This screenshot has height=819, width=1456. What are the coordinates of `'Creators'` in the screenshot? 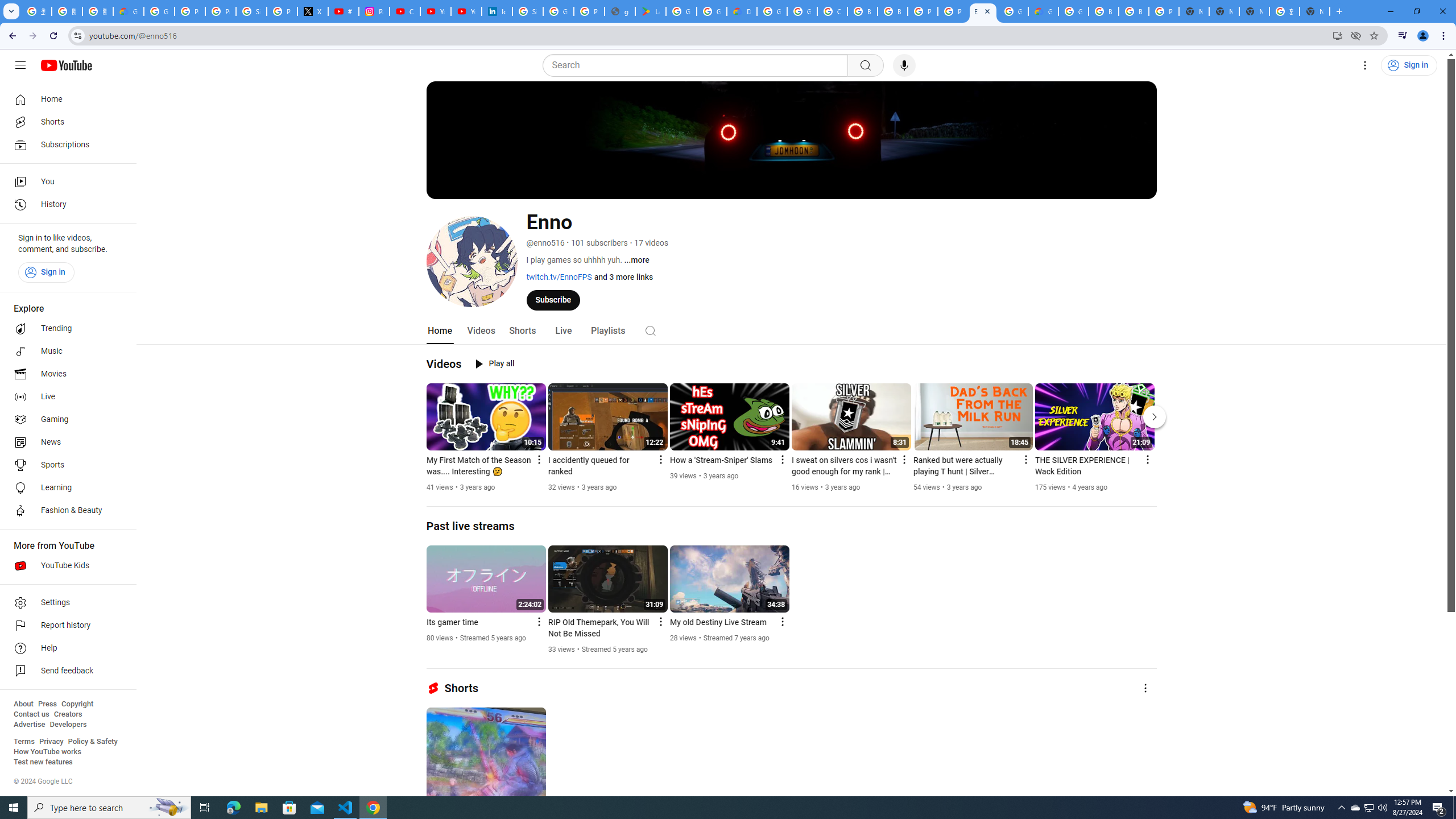 It's located at (68, 714).